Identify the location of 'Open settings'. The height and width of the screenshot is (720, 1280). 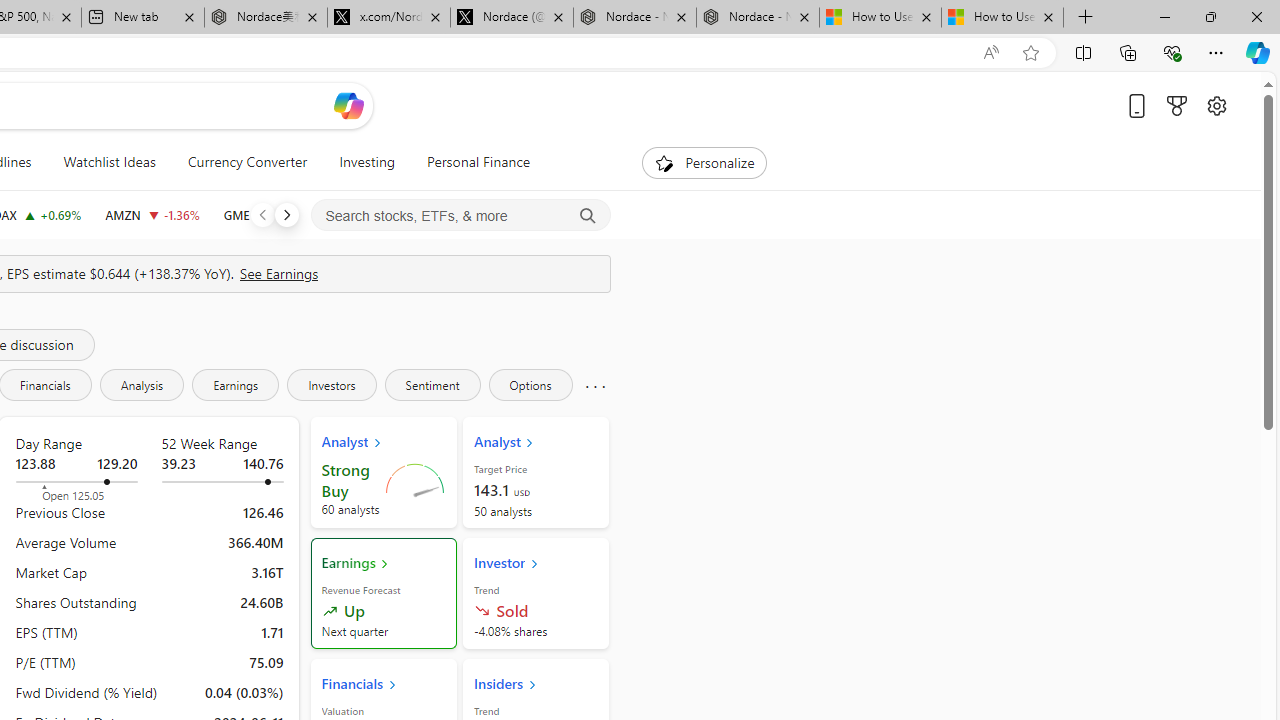
(1215, 105).